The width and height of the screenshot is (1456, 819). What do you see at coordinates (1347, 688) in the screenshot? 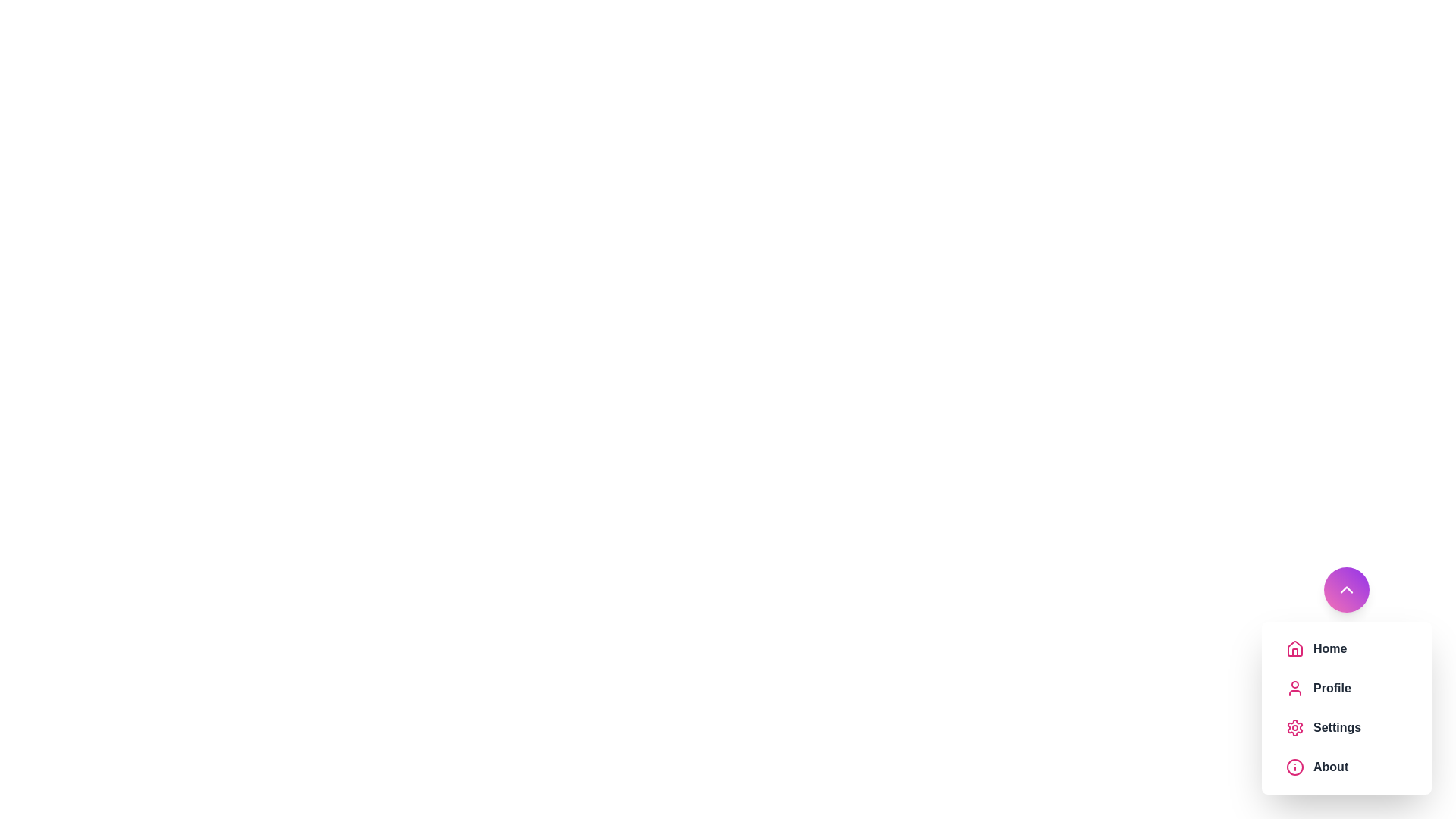
I see `the menu item labeled 'Profile' to observe the visual feedback` at bounding box center [1347, 688].